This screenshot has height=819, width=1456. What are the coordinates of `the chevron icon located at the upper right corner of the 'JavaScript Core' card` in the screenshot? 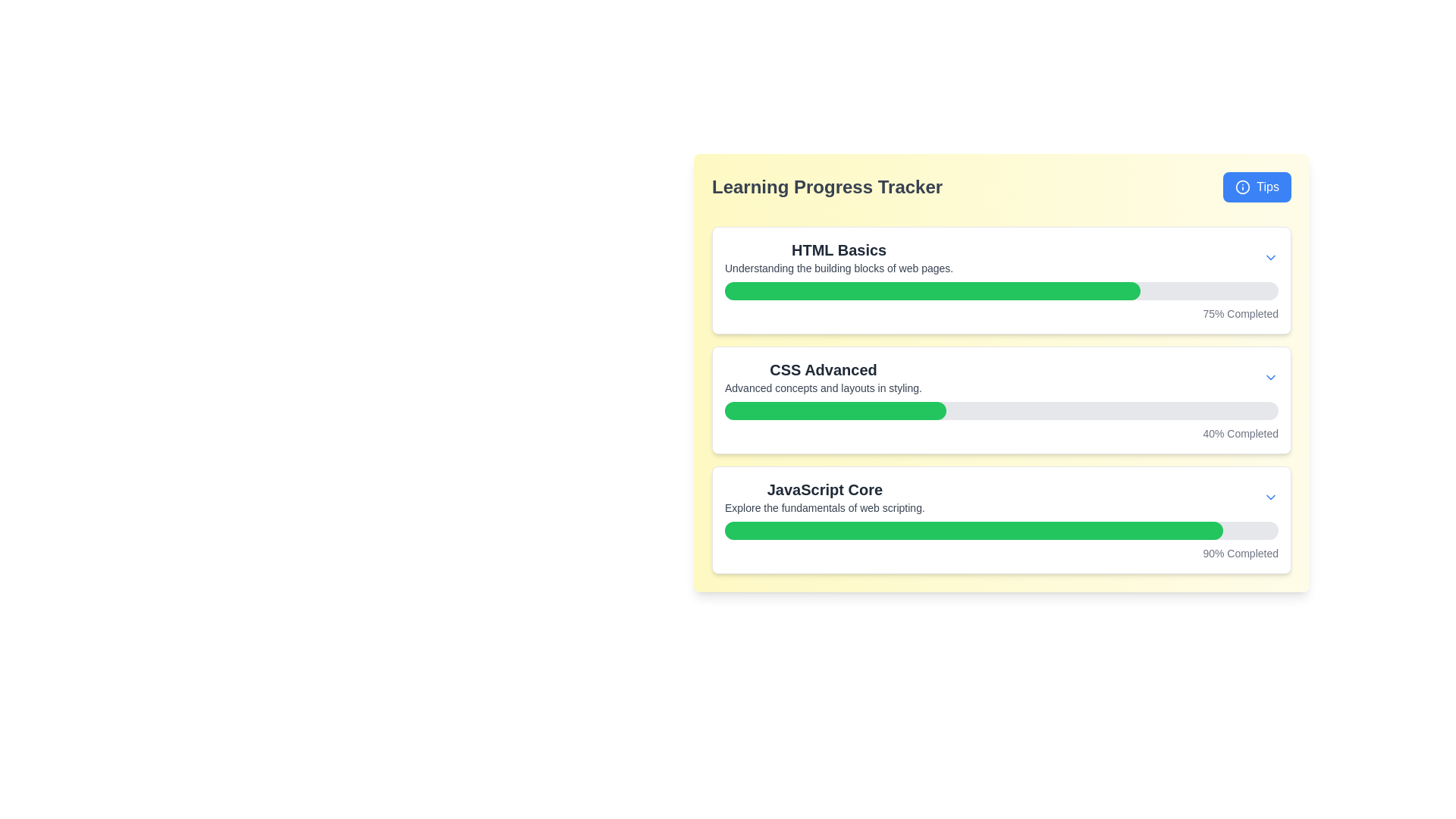 It's located at (1270, 497).